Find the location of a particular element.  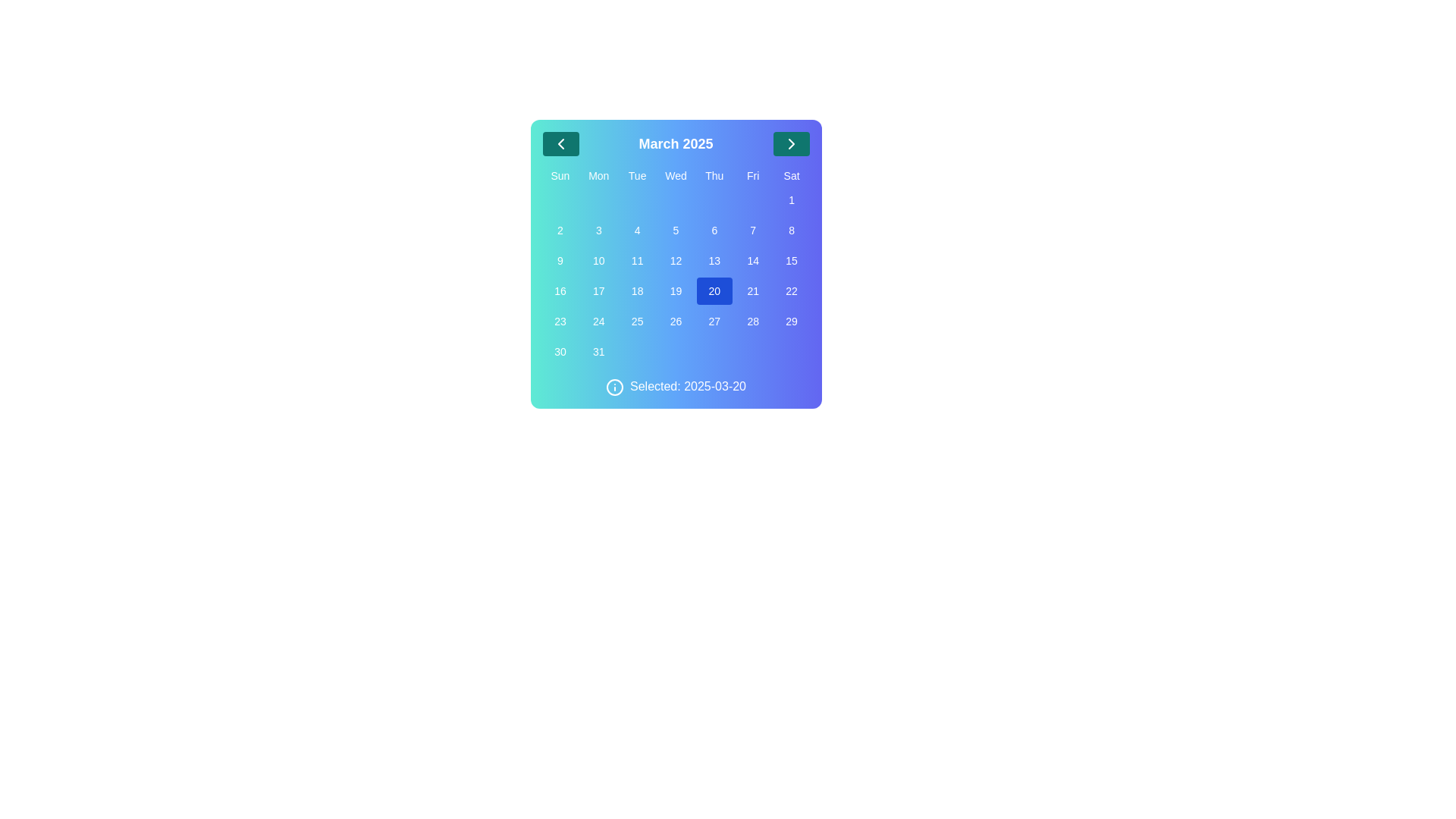

the TextLabel indicating Tuesday, which is the third day label in the weekday column of the calendar UI is located at coordinates (637, 174).